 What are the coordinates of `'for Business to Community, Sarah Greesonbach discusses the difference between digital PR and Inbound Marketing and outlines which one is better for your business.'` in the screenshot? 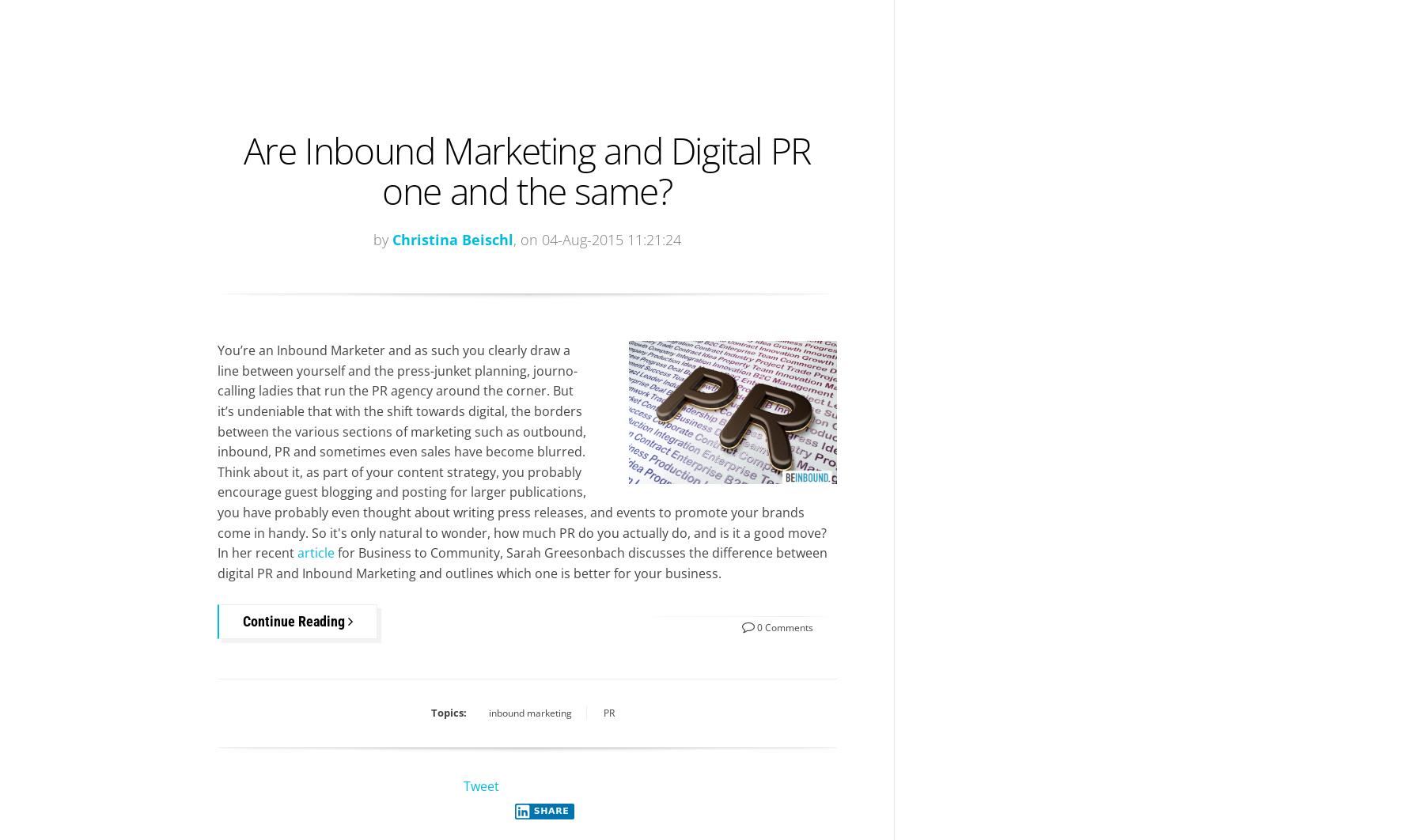 It's located at (522, 562).